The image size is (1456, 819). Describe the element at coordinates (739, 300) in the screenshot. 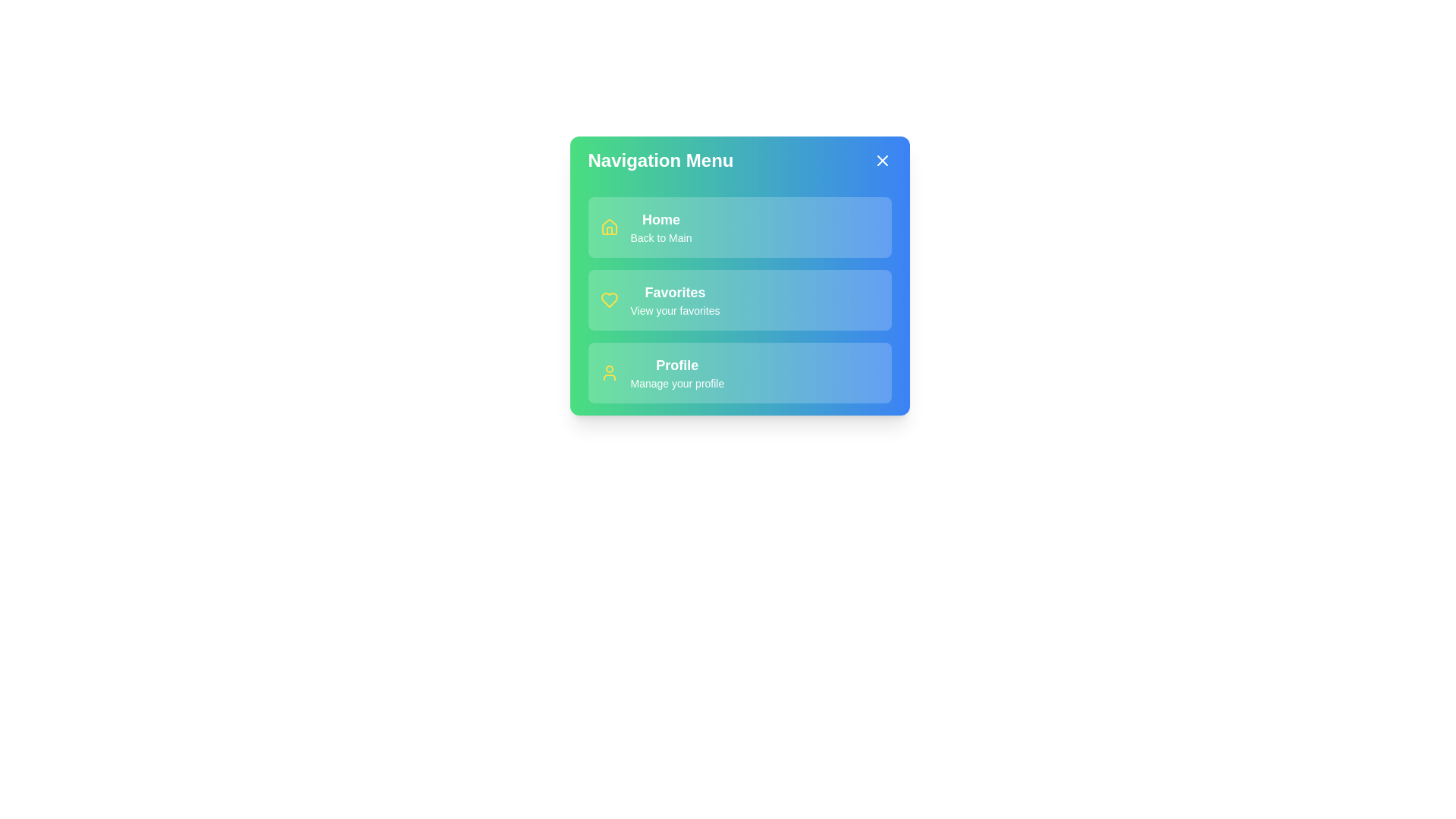

I see `the menu item Favorites` at that location.